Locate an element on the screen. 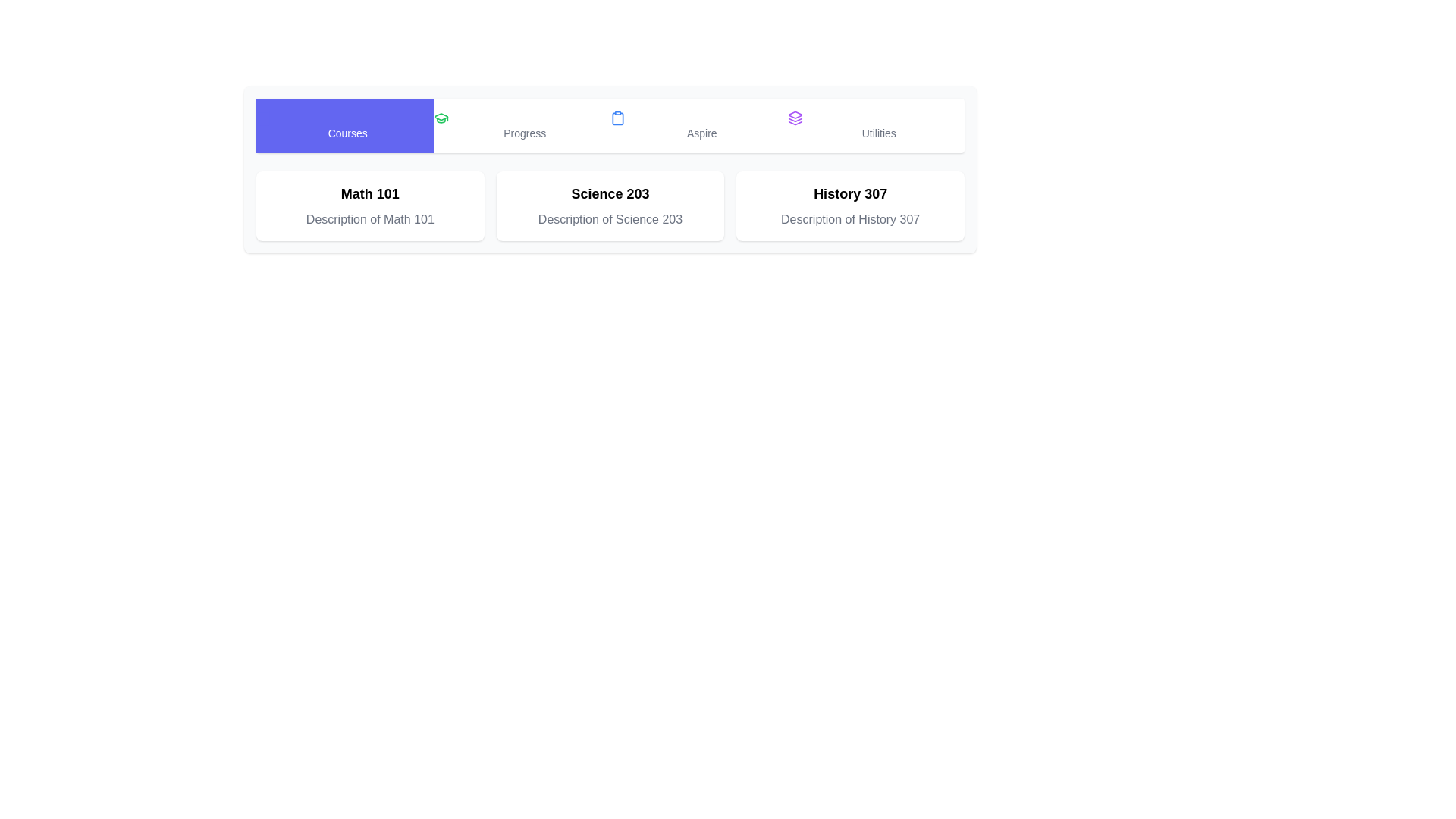 This screenshot has height=819, width=1456. the 'Science 203' course information card, which is the second card in a row of three is located at coordinates (610, 206).